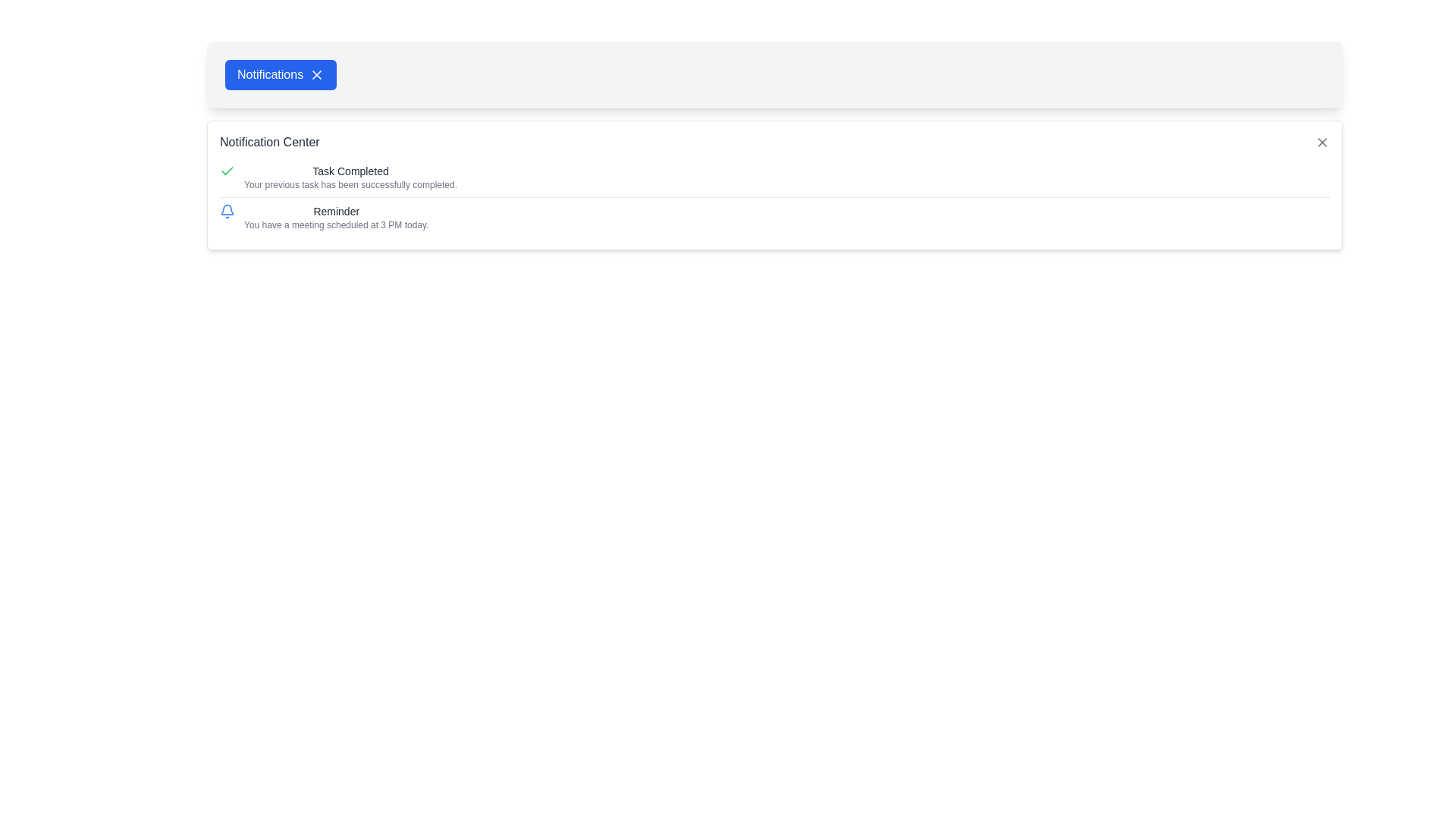 Image resolution: width=1456 pixels, height=819 pixels. I want to click on the 'Notification Center' static text, which is displayed in medium-sized gray font as the first element in the header of the notification interface, so click(269, 143).